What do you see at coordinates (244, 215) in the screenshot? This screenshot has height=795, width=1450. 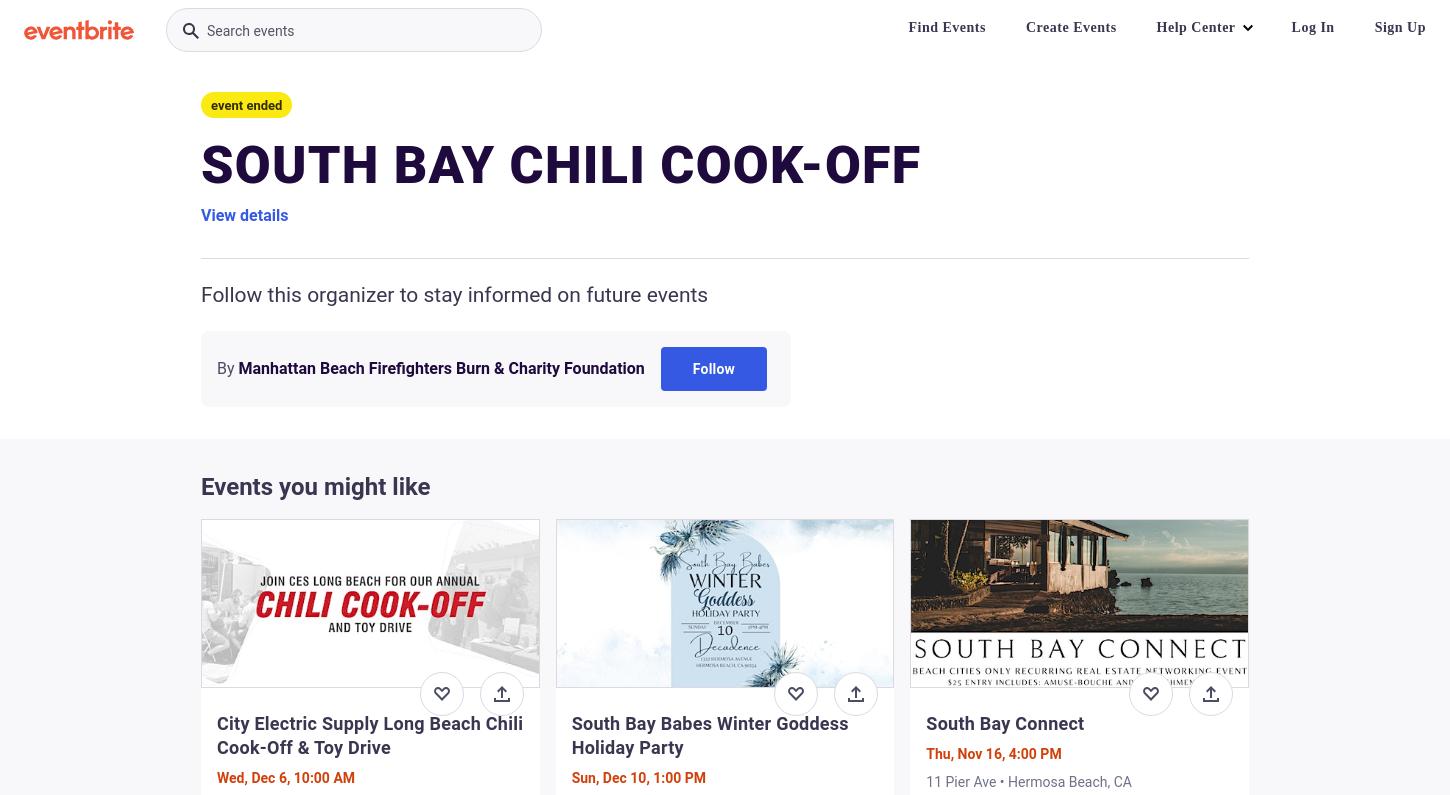 I see `'View details'` at bounding box center [244, 215].